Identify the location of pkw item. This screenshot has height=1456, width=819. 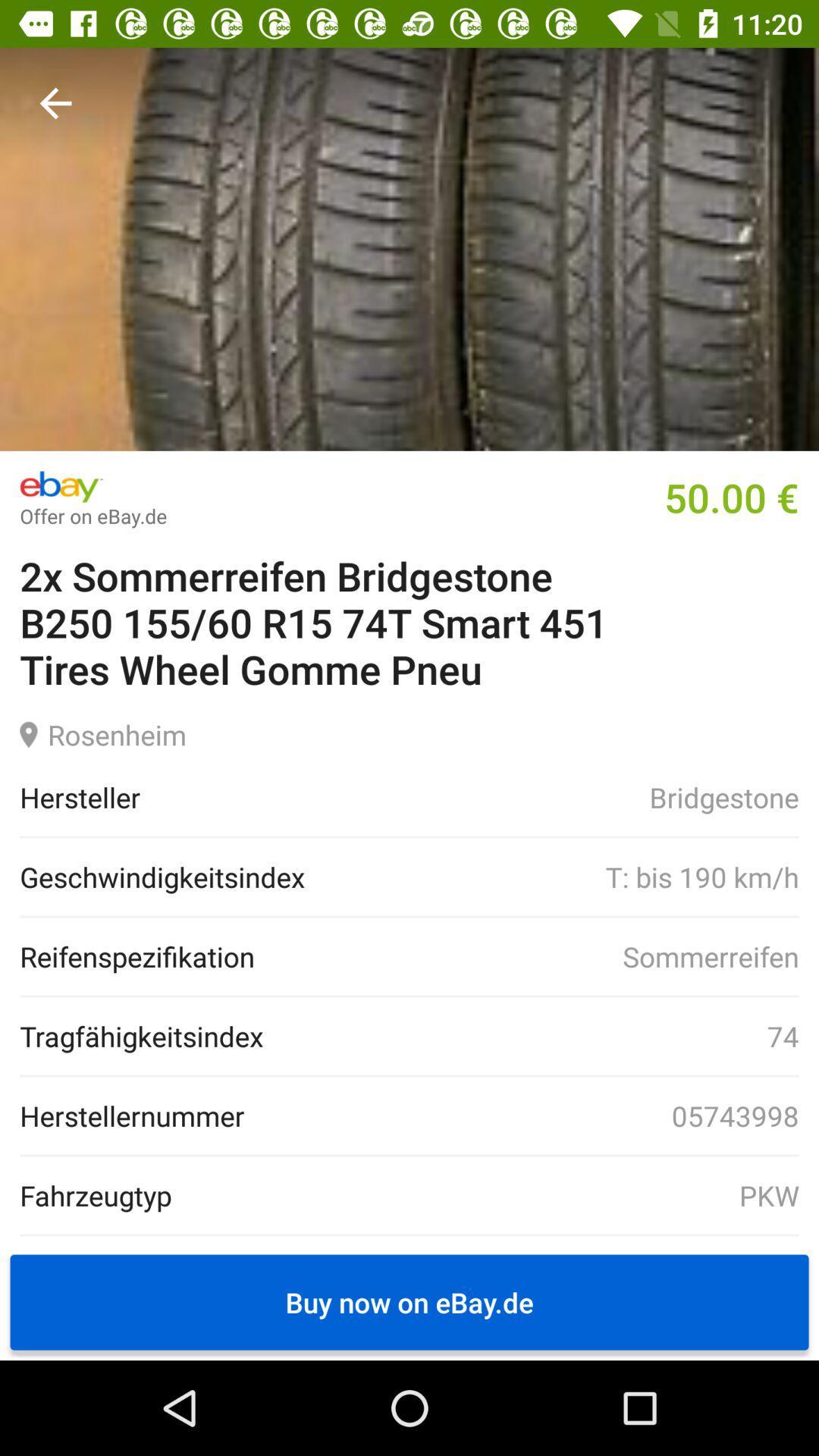
(485, 1194).